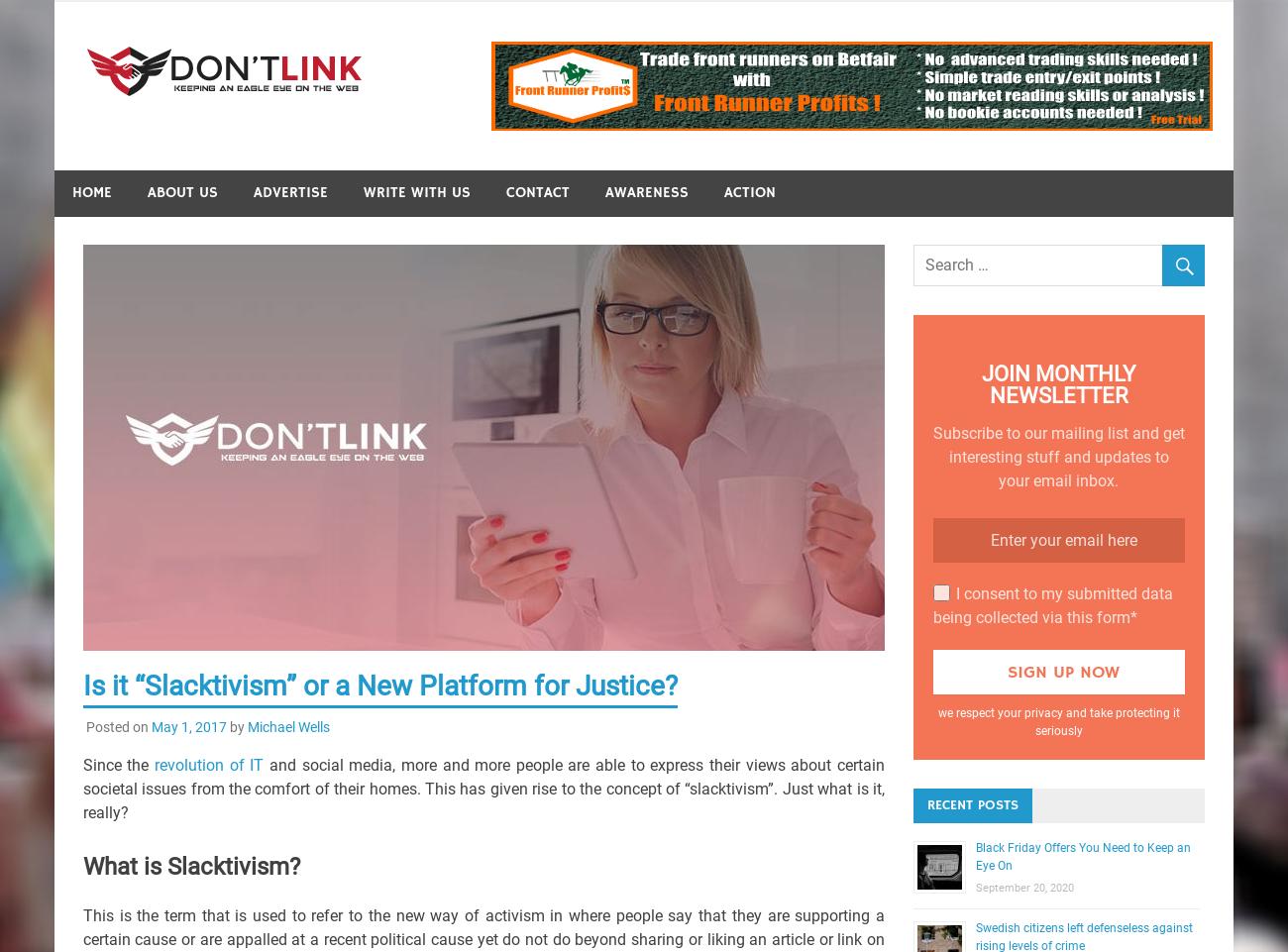  What do you see at coordinates (749, 192) in the screenshot?
I see `'Action'` at bounding box center [749, 192].